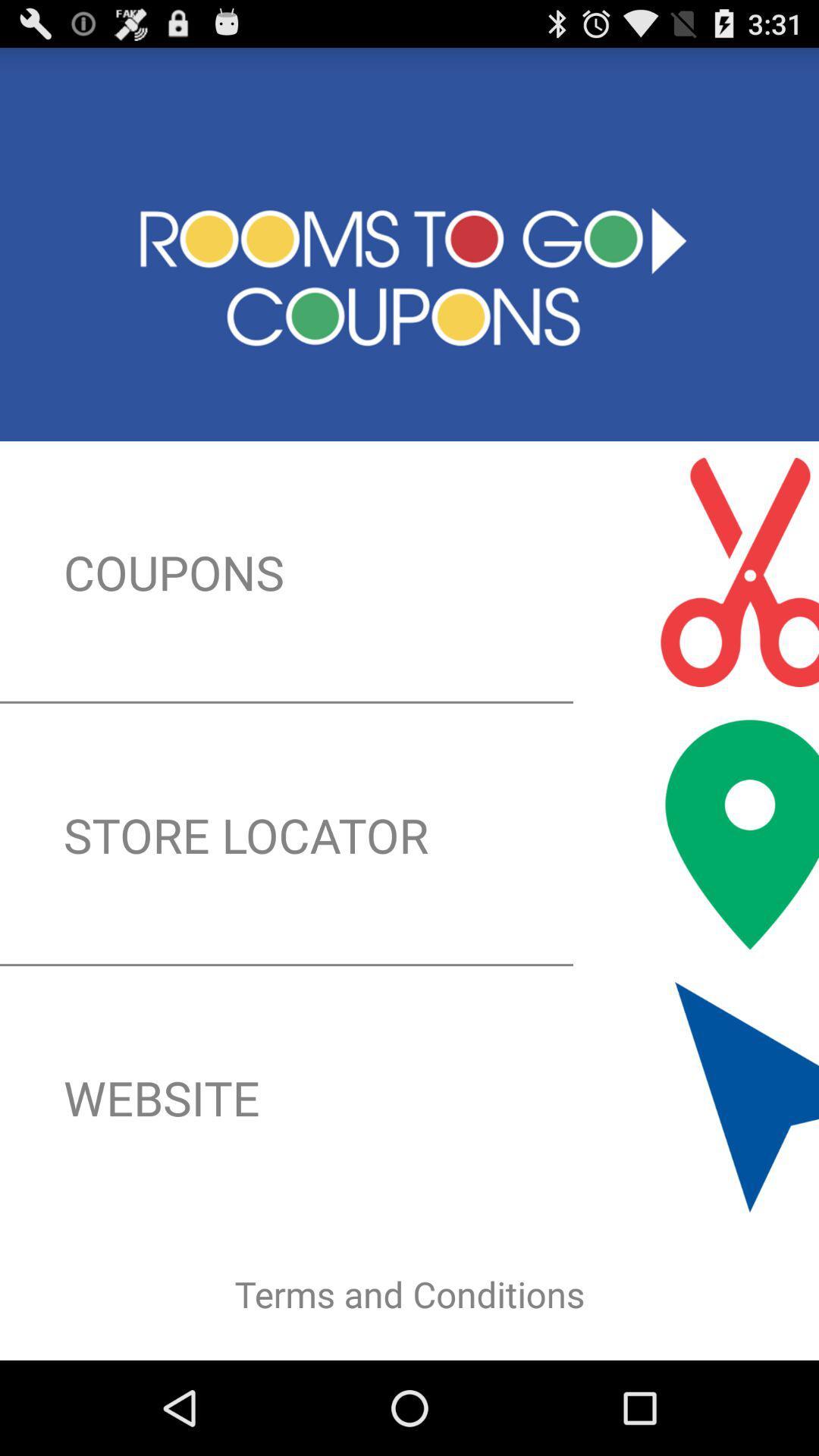 The image size is (819, 1456). Describe the element at coordinates (409, 1097) in the screenshot. I see `website button` at that location.